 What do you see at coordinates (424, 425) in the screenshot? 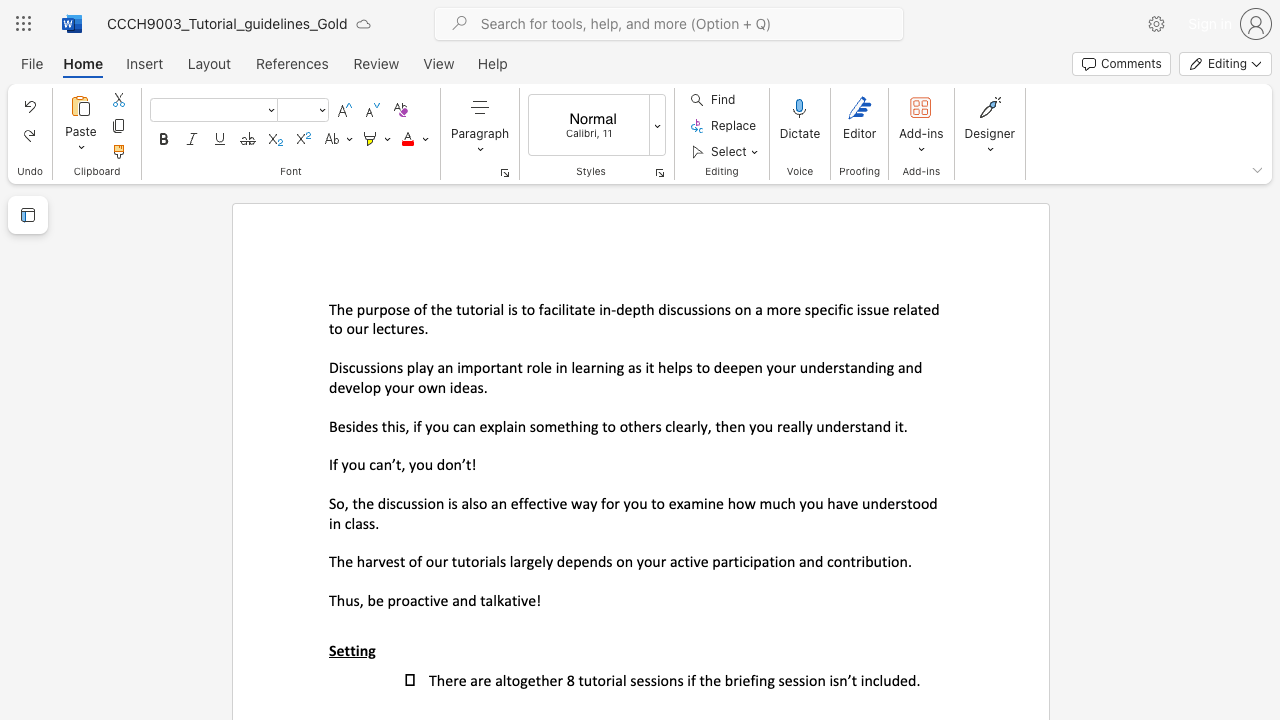
I see `the subset text "you can ex" within the text "Besides this, if you can explain something to others clearly, then you really understand it."` at bounding box center [424, 425].